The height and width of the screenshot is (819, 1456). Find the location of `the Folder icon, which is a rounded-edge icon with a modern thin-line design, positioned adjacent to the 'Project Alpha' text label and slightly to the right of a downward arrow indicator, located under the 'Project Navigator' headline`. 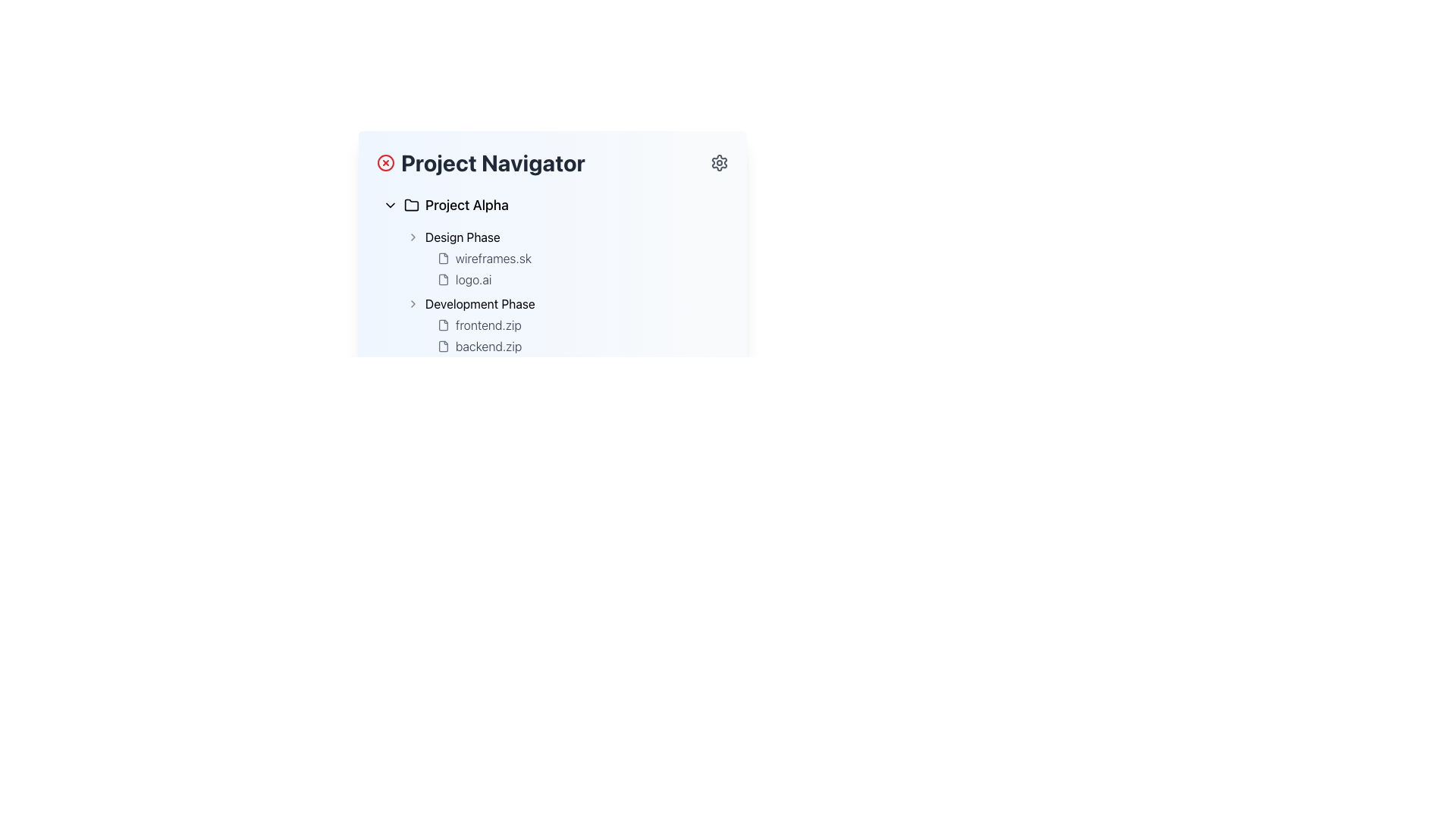

the Folder icon, which is a rounded-edge icon with a modern thin-line design, positioned adjacent to the 'Project Alpha' text label and slightly to the right of a downward arrow indicator, located under the 'Project Navigator' headline is located at coordinates (411, 205).